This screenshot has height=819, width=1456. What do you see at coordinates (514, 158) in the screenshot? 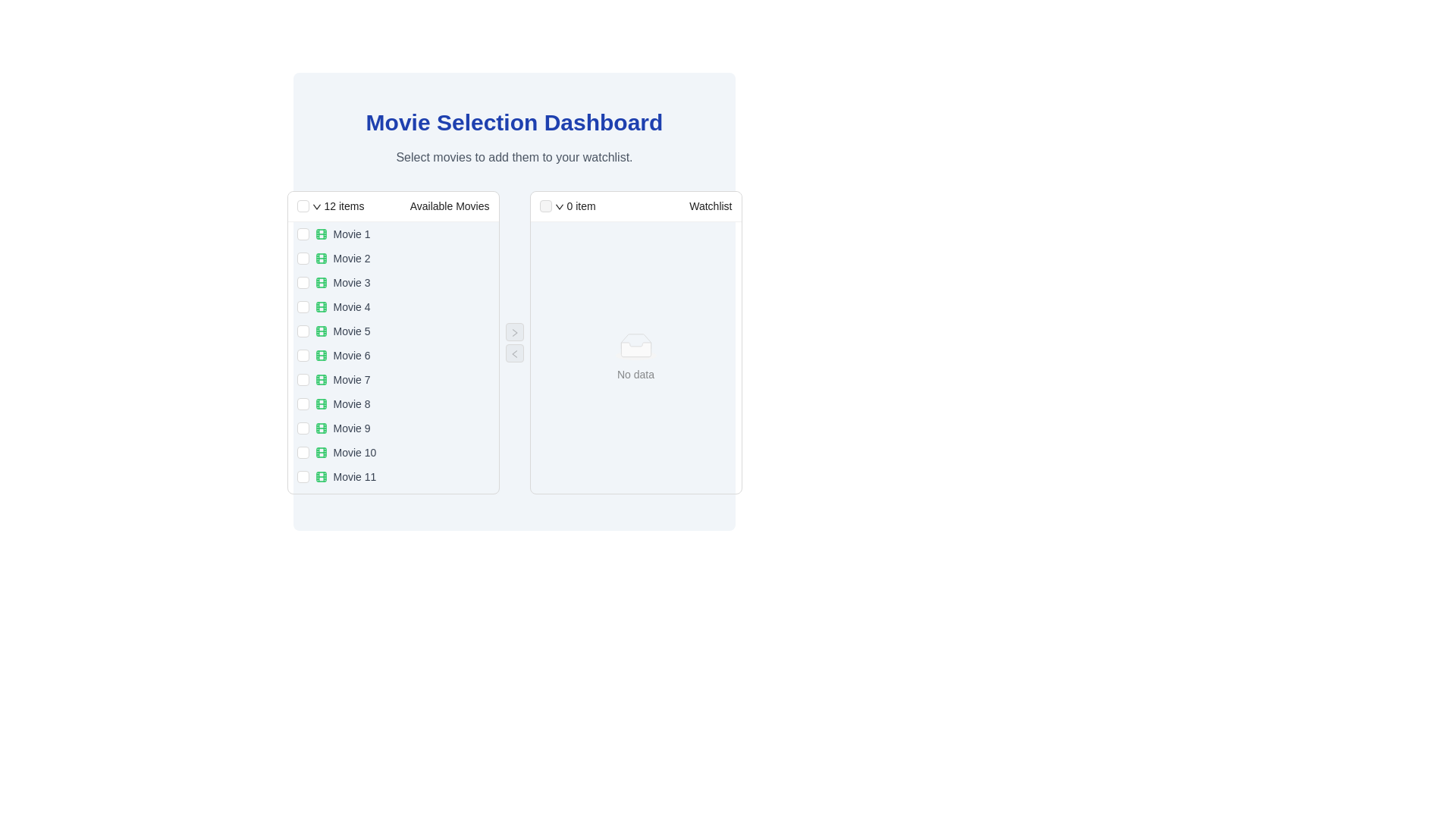
I see `text from the Text Label that displays 'Select movies to add them to your watchlist.', which is styled in gray and located below the 'Movie Selection Dashboard' title` at bounding box center [514, 158].